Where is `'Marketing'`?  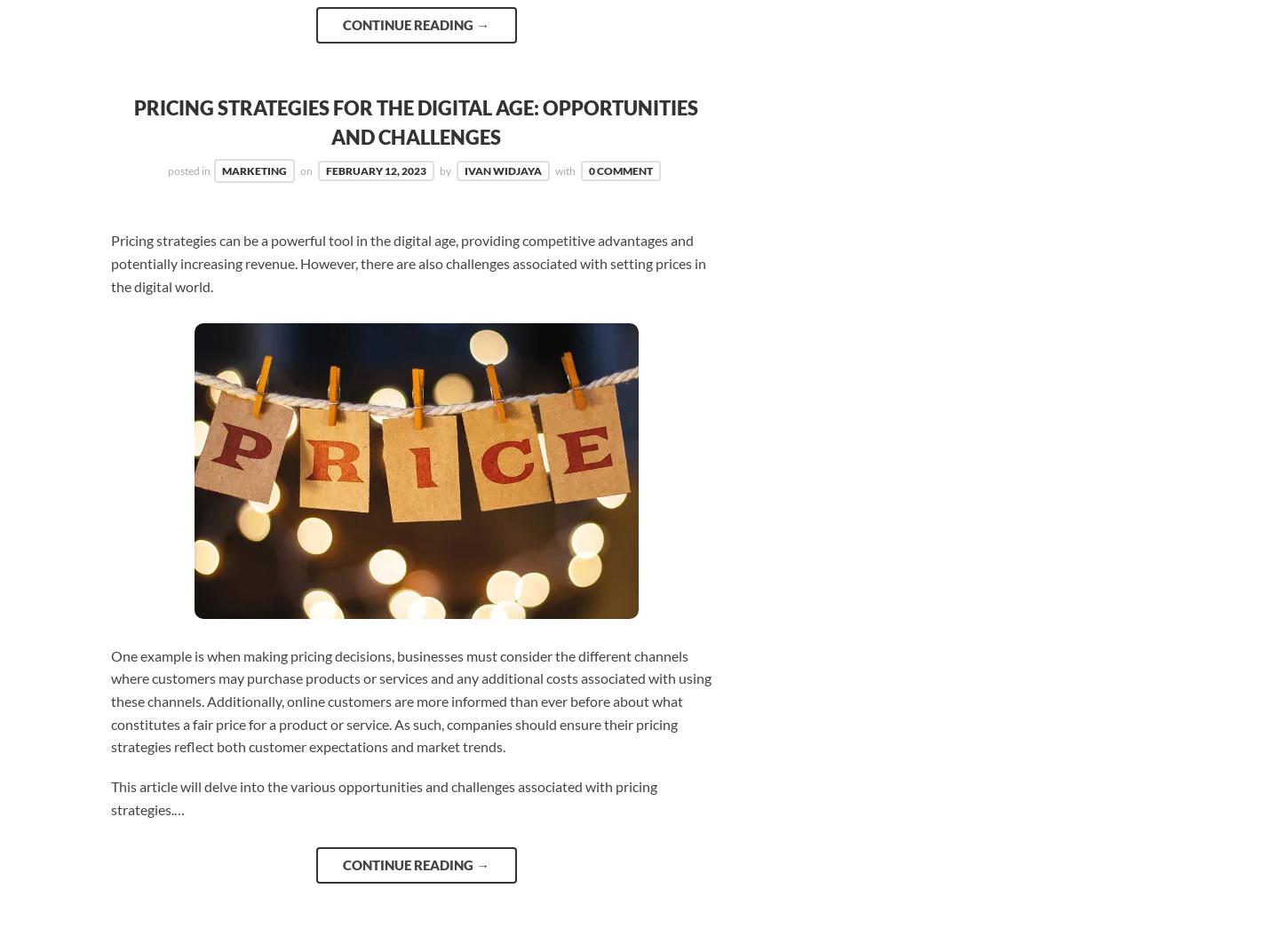
'Marketing' is located at coordinates (254, 170).